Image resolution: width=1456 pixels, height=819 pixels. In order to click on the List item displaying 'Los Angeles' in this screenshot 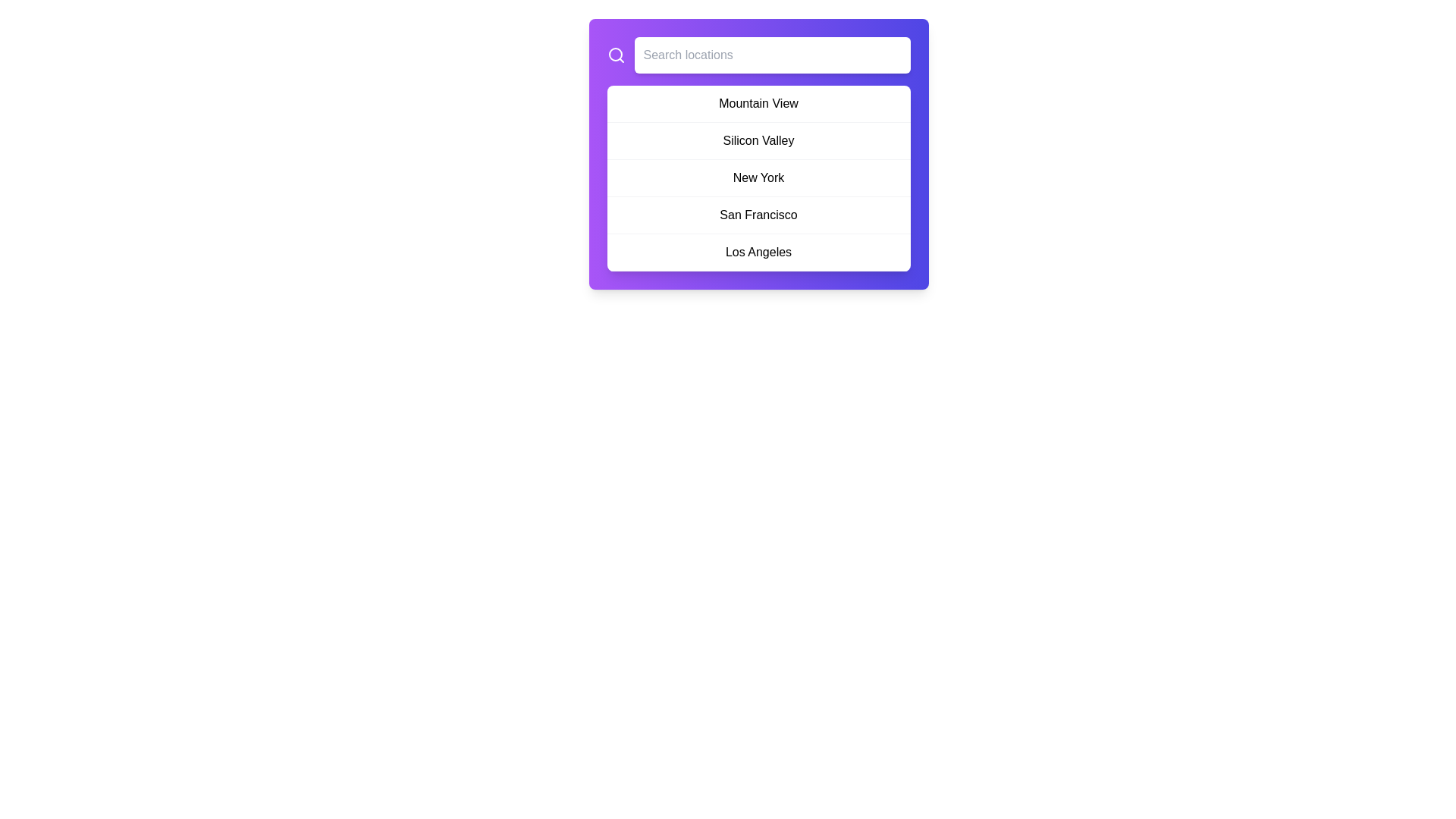, I will do `click(758, 252)`.